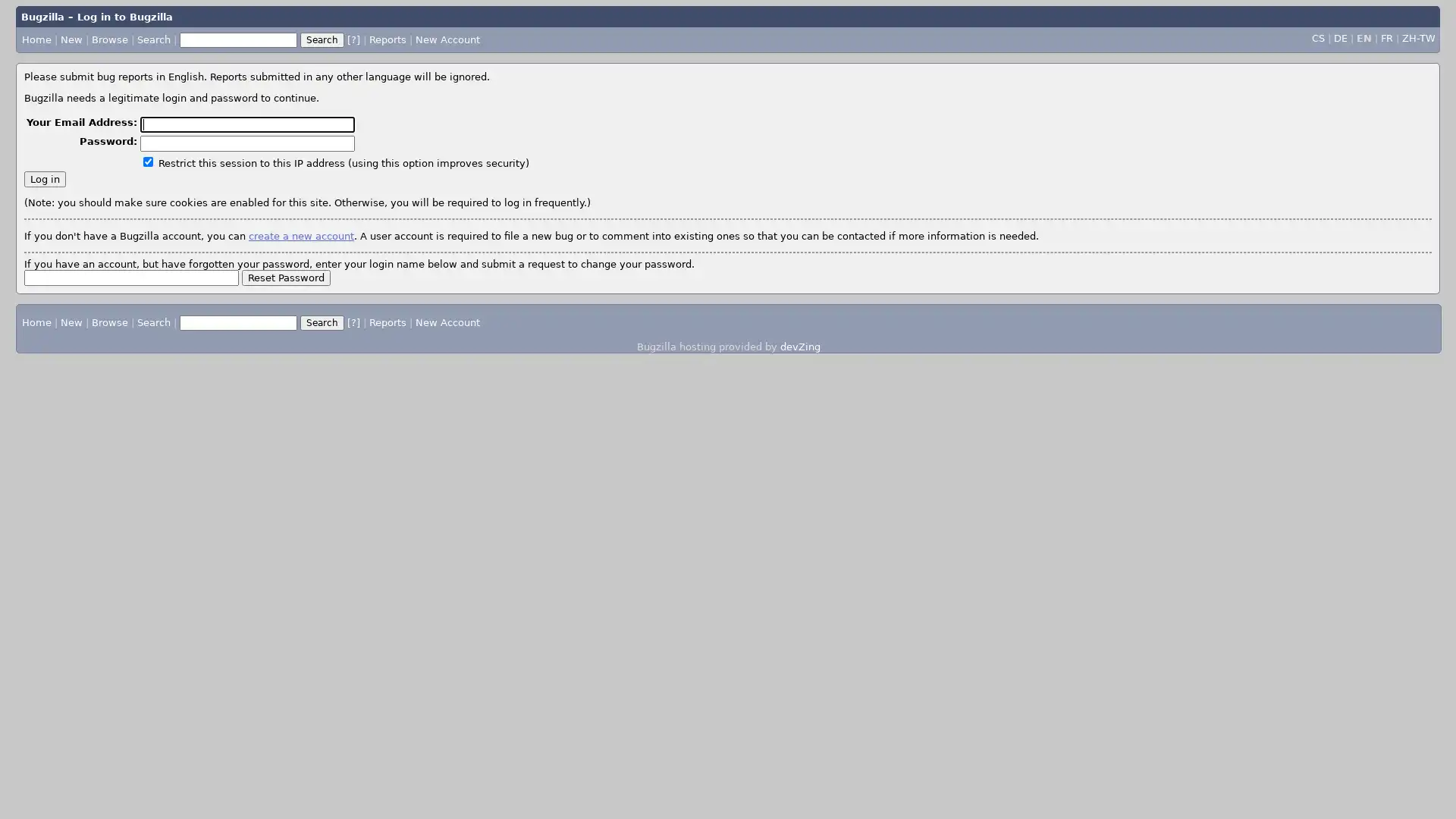  What do you see at coordinates (45, 177) in the screenshot?
I see `Log in` at bounding box center [45, 177].